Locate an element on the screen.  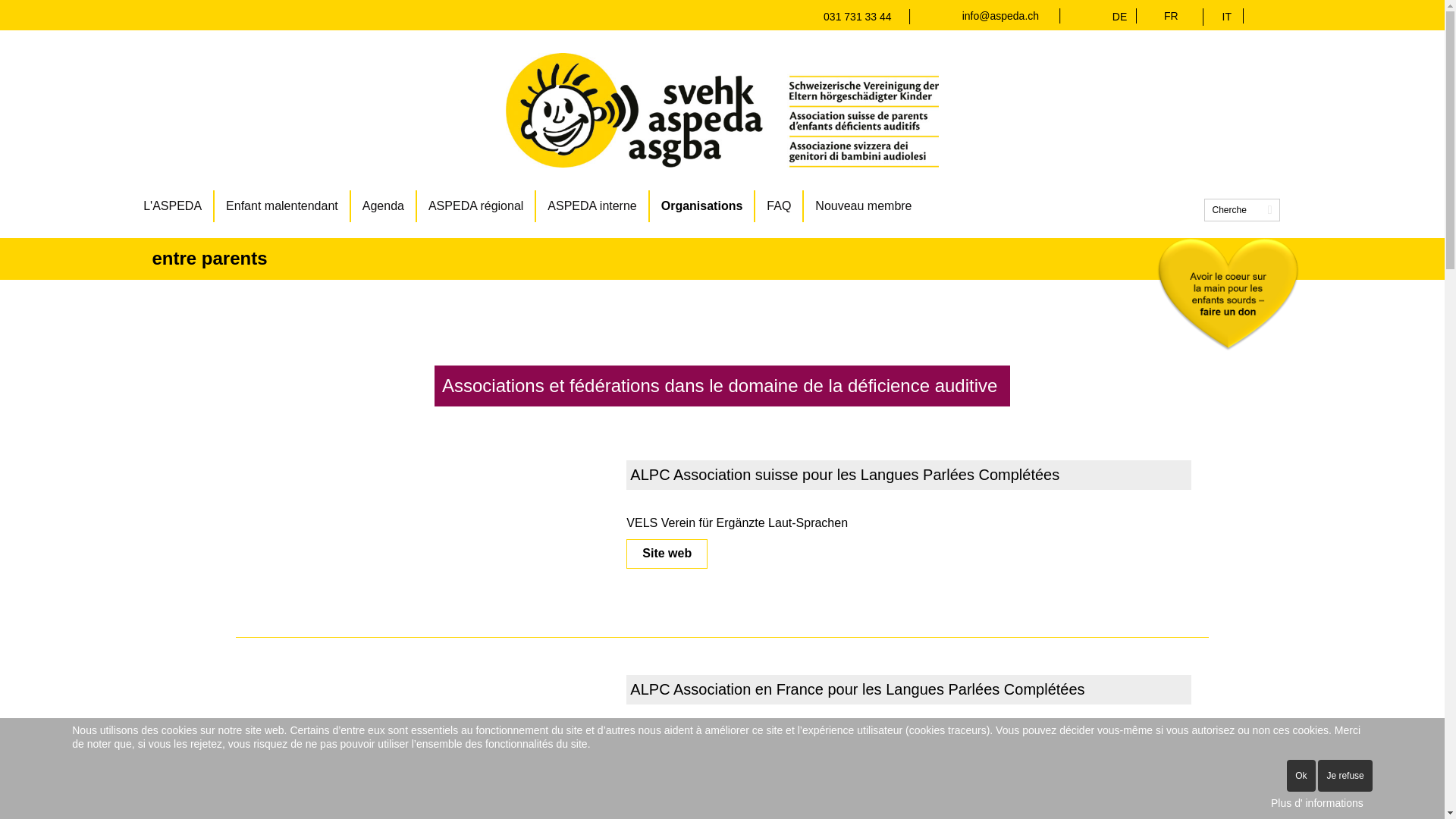
'IT' is located at coordinates (1226, 17).